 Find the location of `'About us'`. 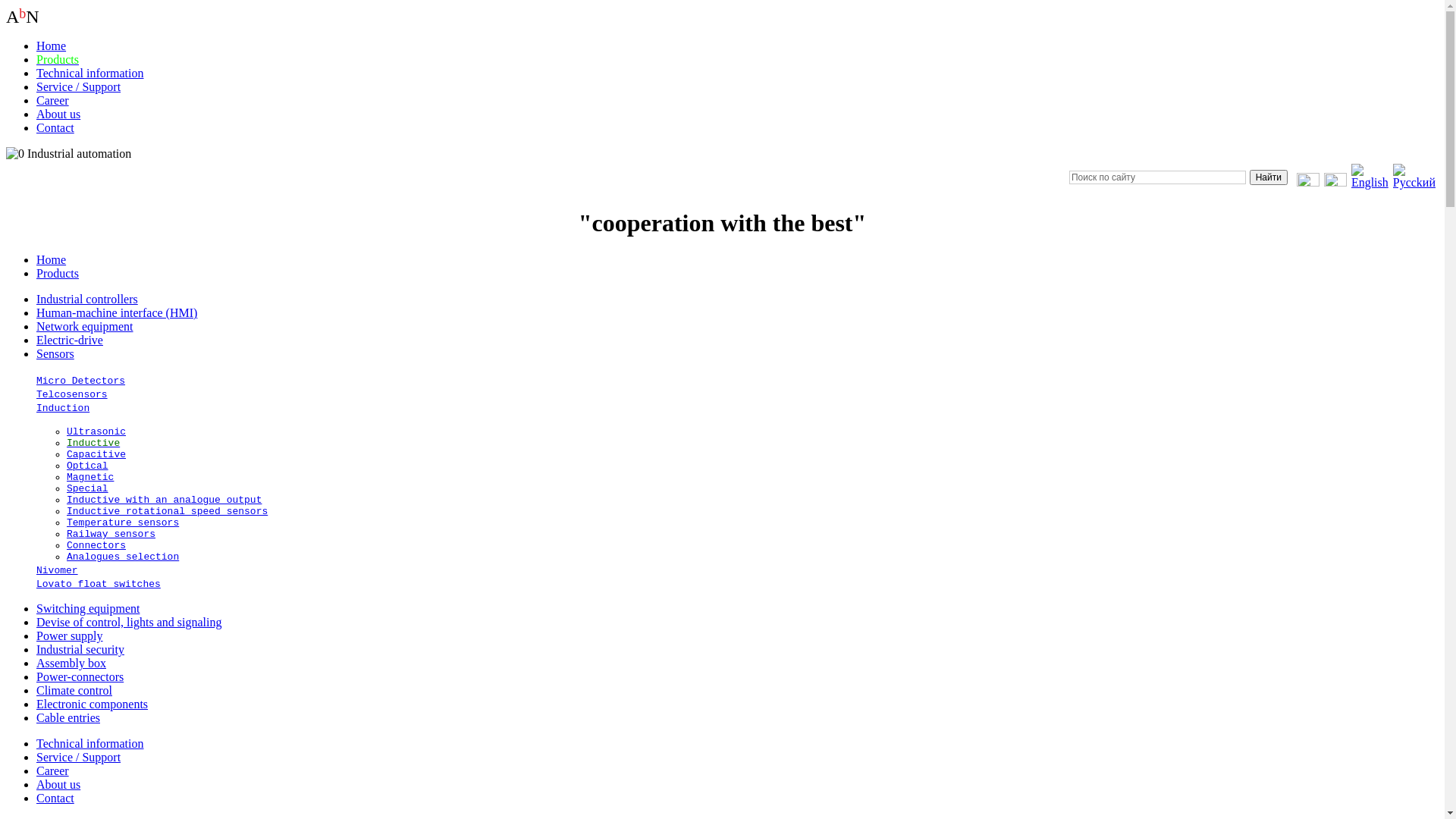

'About us' is located at coordinates (36, 784).